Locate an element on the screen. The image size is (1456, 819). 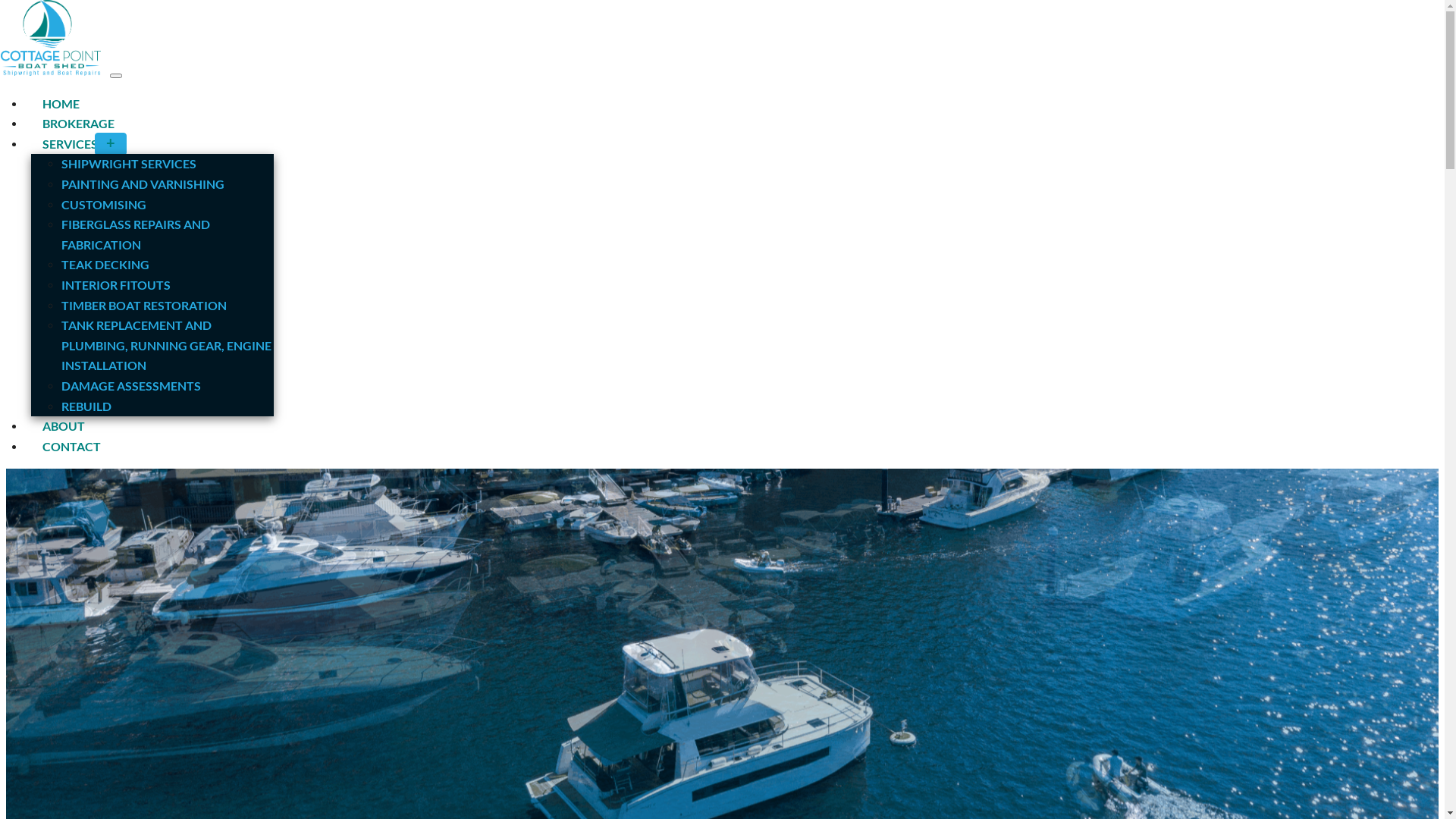
'TEAK DECKING' is located at coordinates (105, 263).